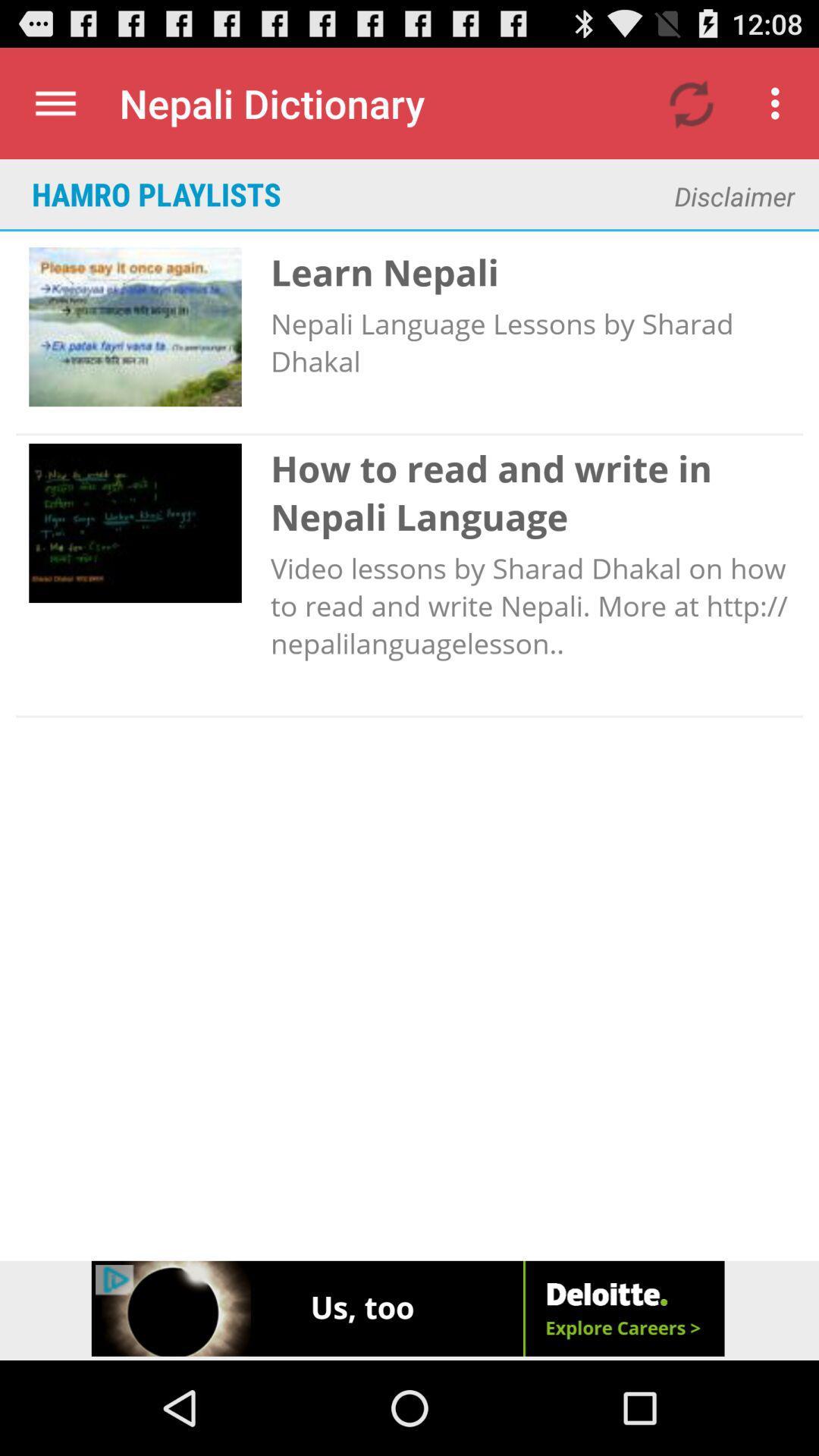 This screenshot has width=819, height=1456. I want to click on advert, so click(409, 1310).